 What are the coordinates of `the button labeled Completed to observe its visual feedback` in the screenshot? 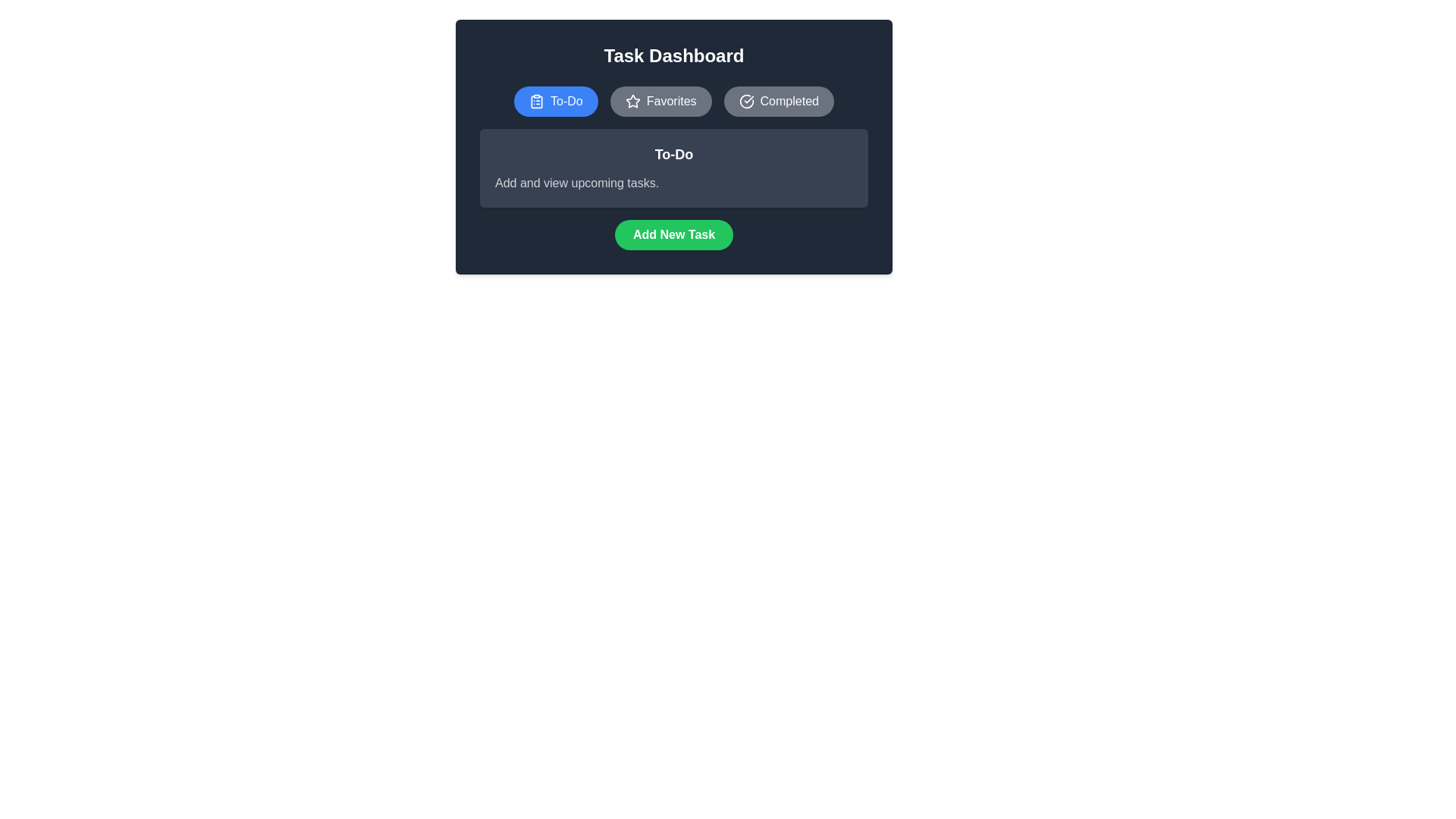 It's located at (779, 102).